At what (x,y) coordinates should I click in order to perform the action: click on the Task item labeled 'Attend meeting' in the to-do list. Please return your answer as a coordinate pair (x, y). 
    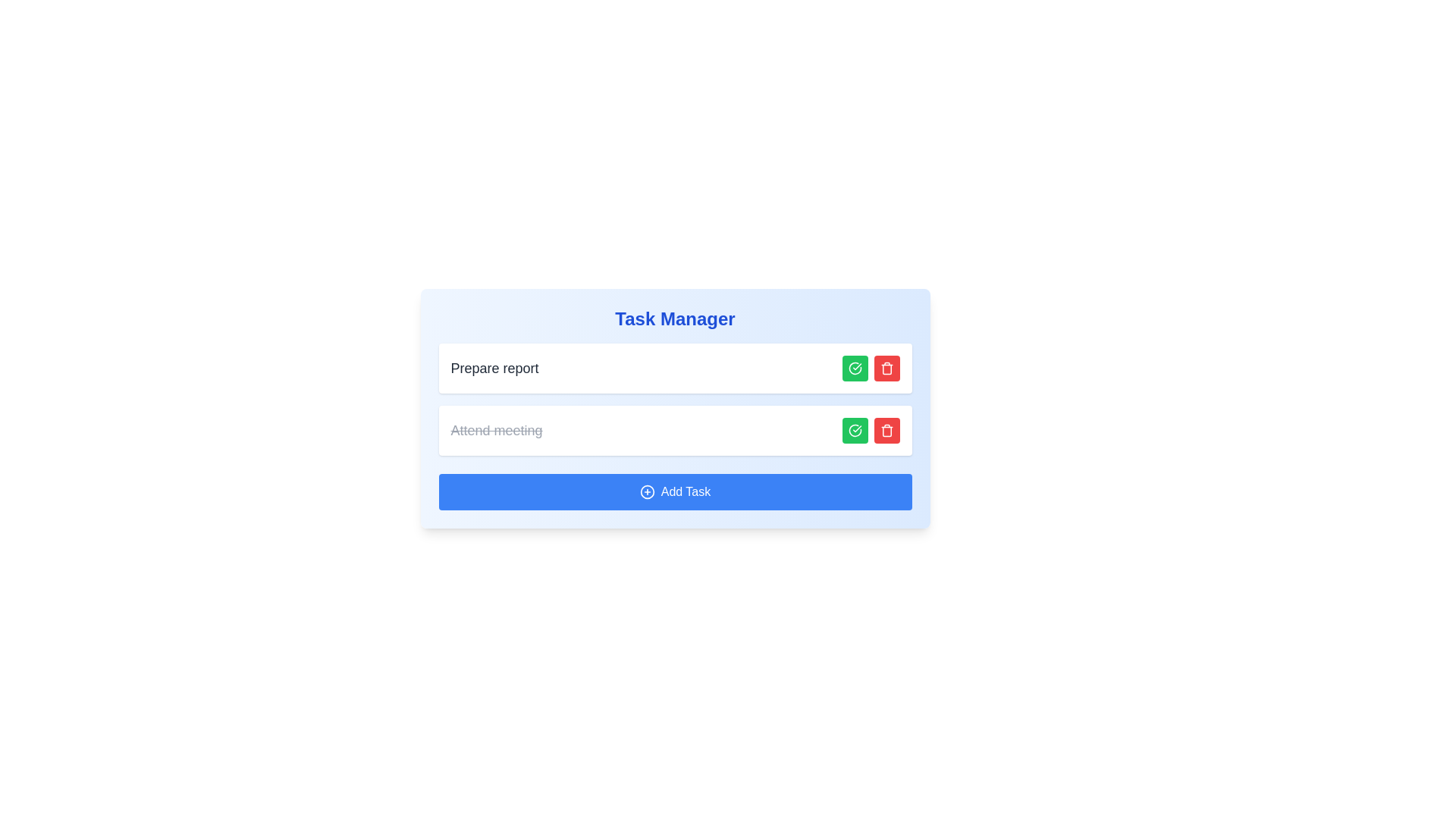
    Looking at the image, I should click on (674, 430).